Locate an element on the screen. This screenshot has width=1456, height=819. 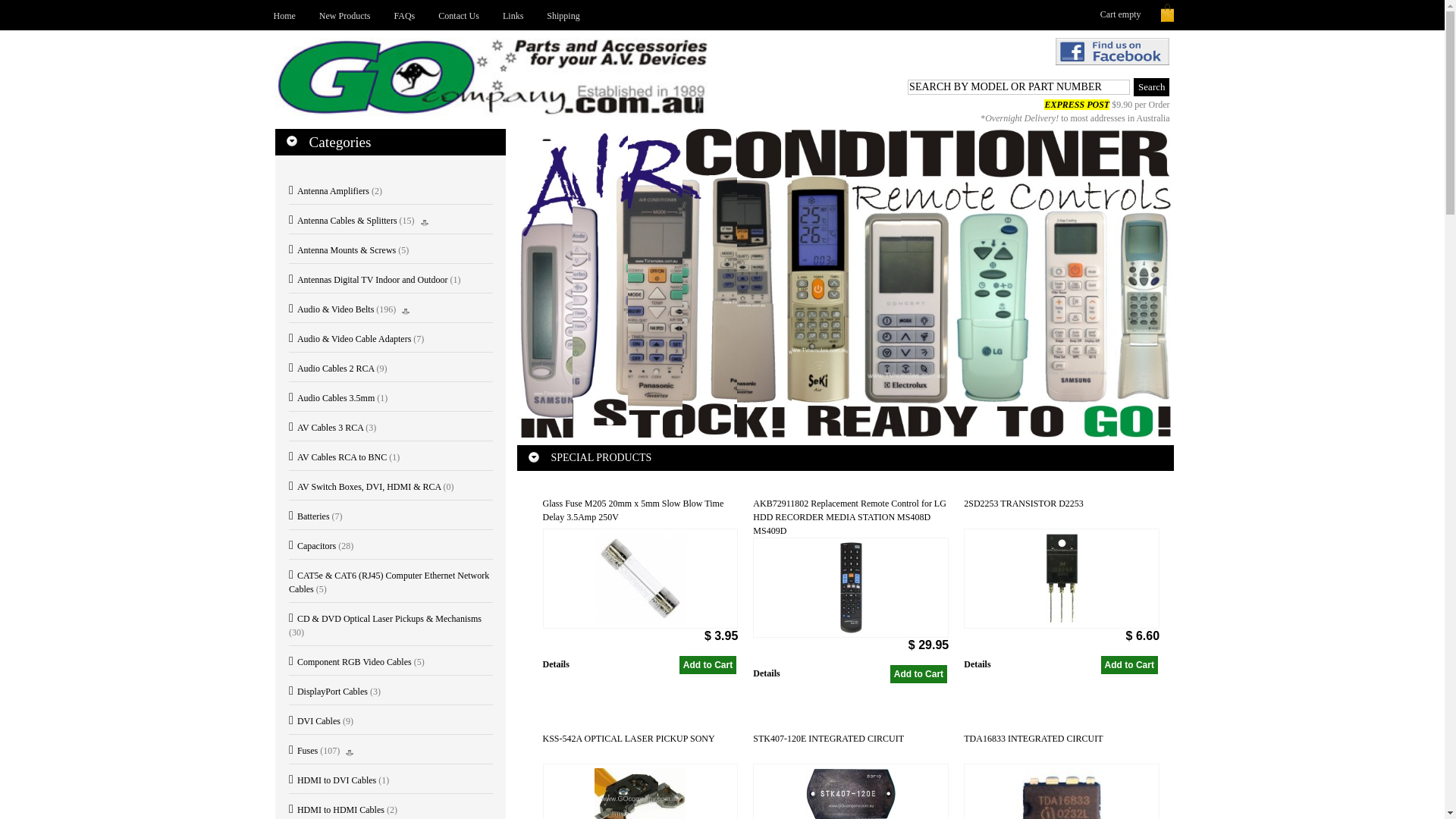
'FAQs' is located at coordinates (388, 14).